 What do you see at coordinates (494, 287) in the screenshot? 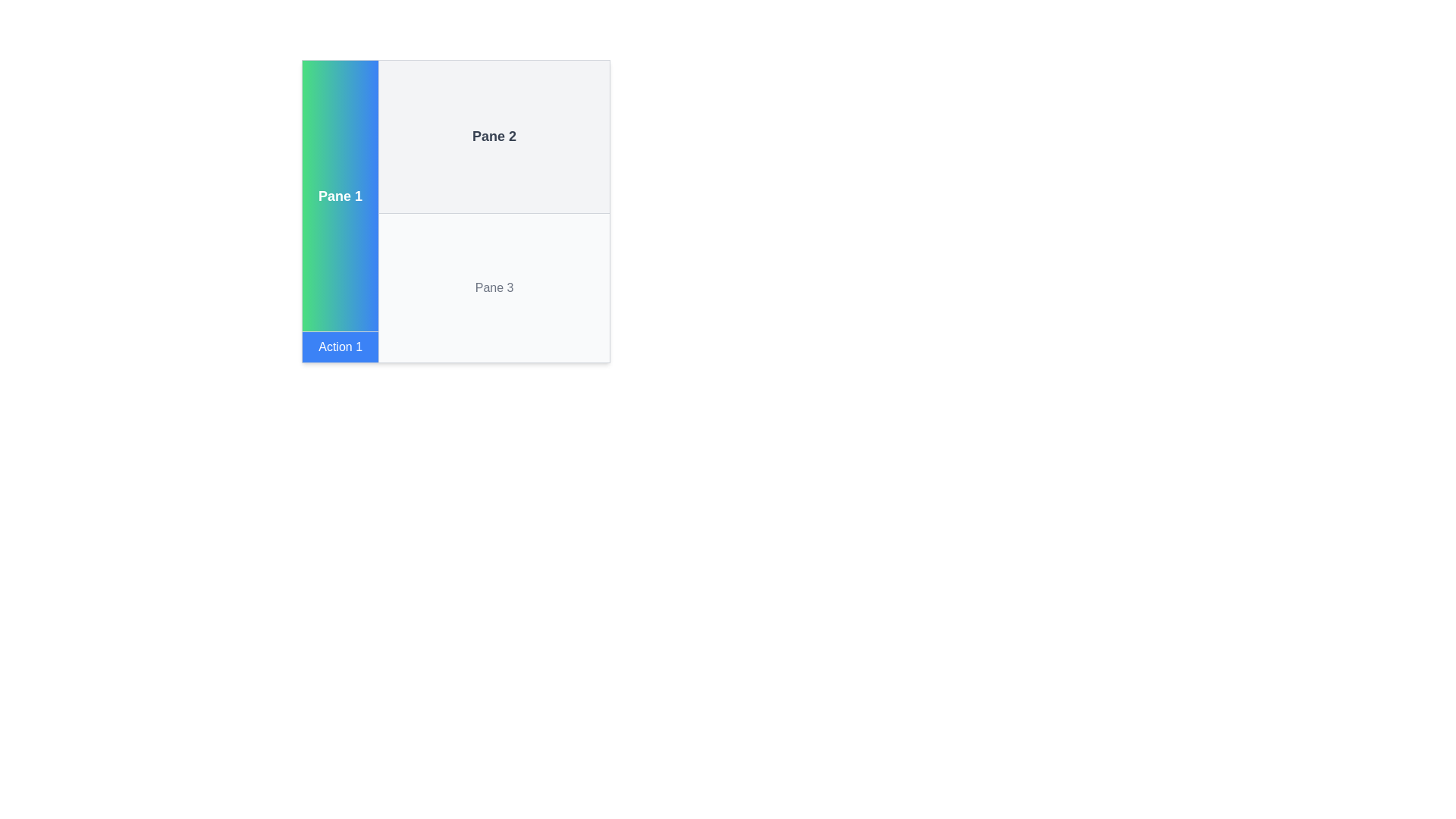
I see `the Text Label located in the bottom-right section of the interface, which provides context about the pane's content or purpose` at bounding box center [494, 287].